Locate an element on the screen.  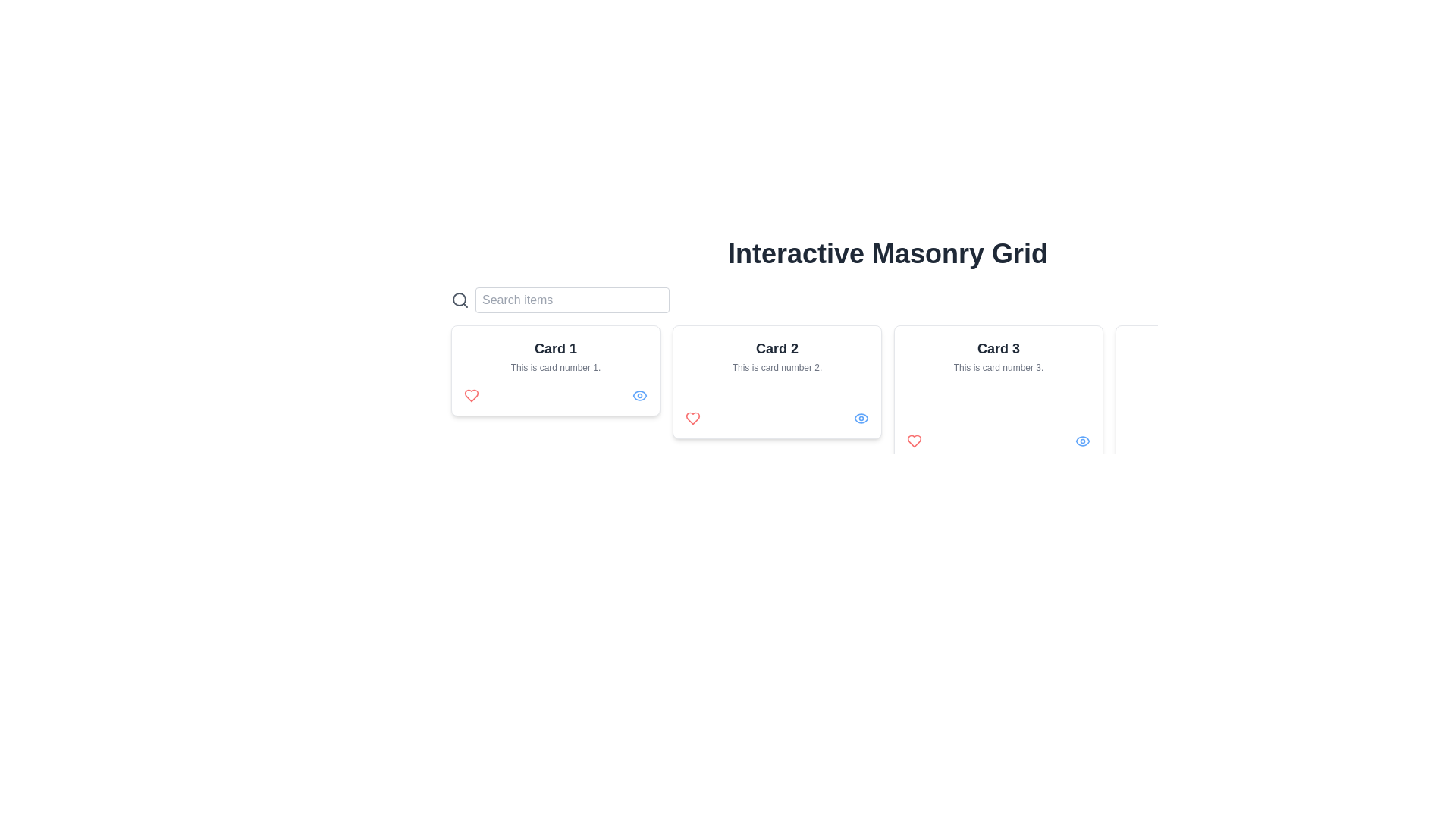
the static text that reads 'This is card number 2.', which is styled in a small, light gray font and positioned directly below the title 'Card 2' is located at coordinates (777, 368).